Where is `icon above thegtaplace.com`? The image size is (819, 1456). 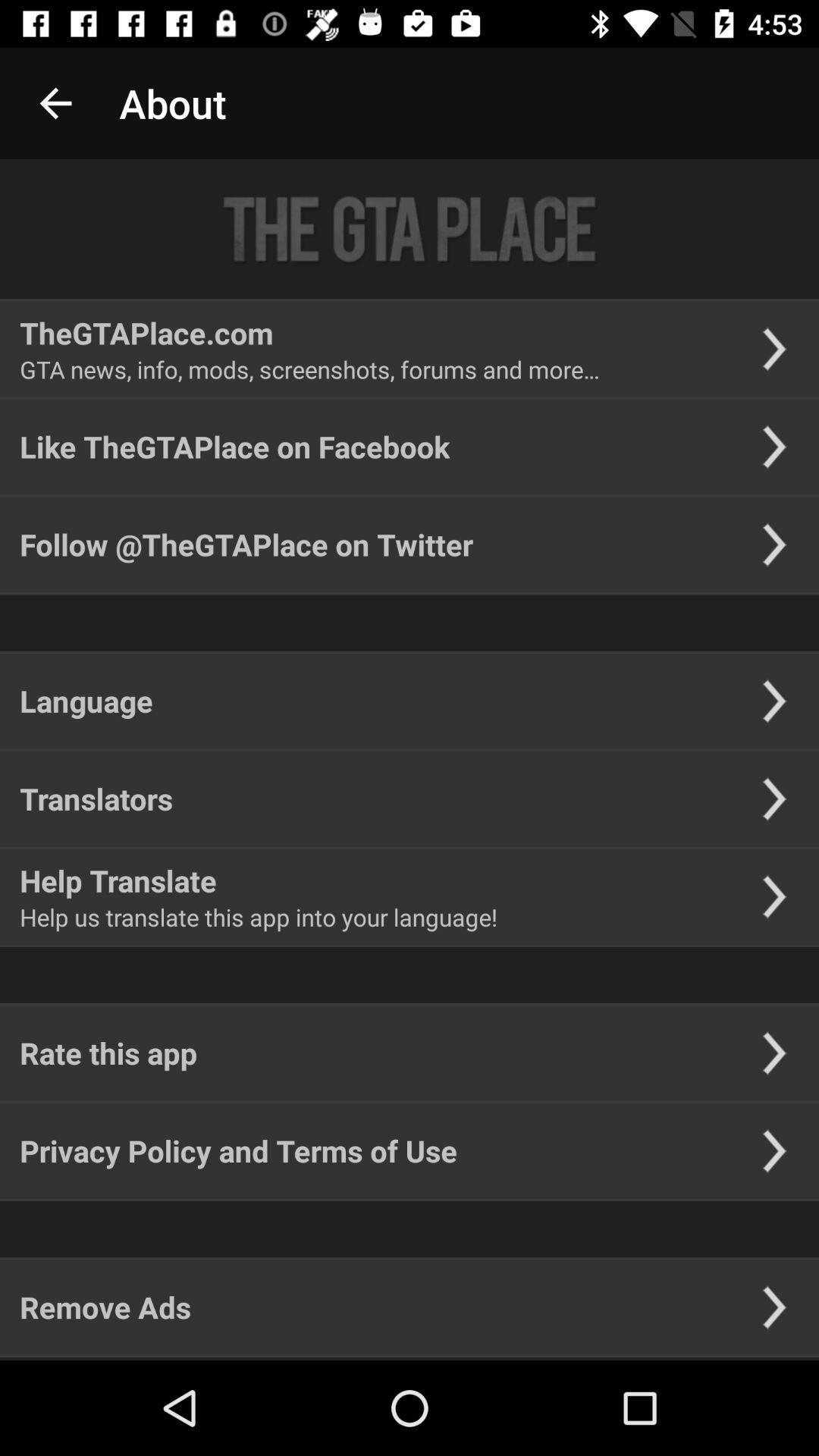
icon above thegtaplace.com is located at coordinates (409, 228).